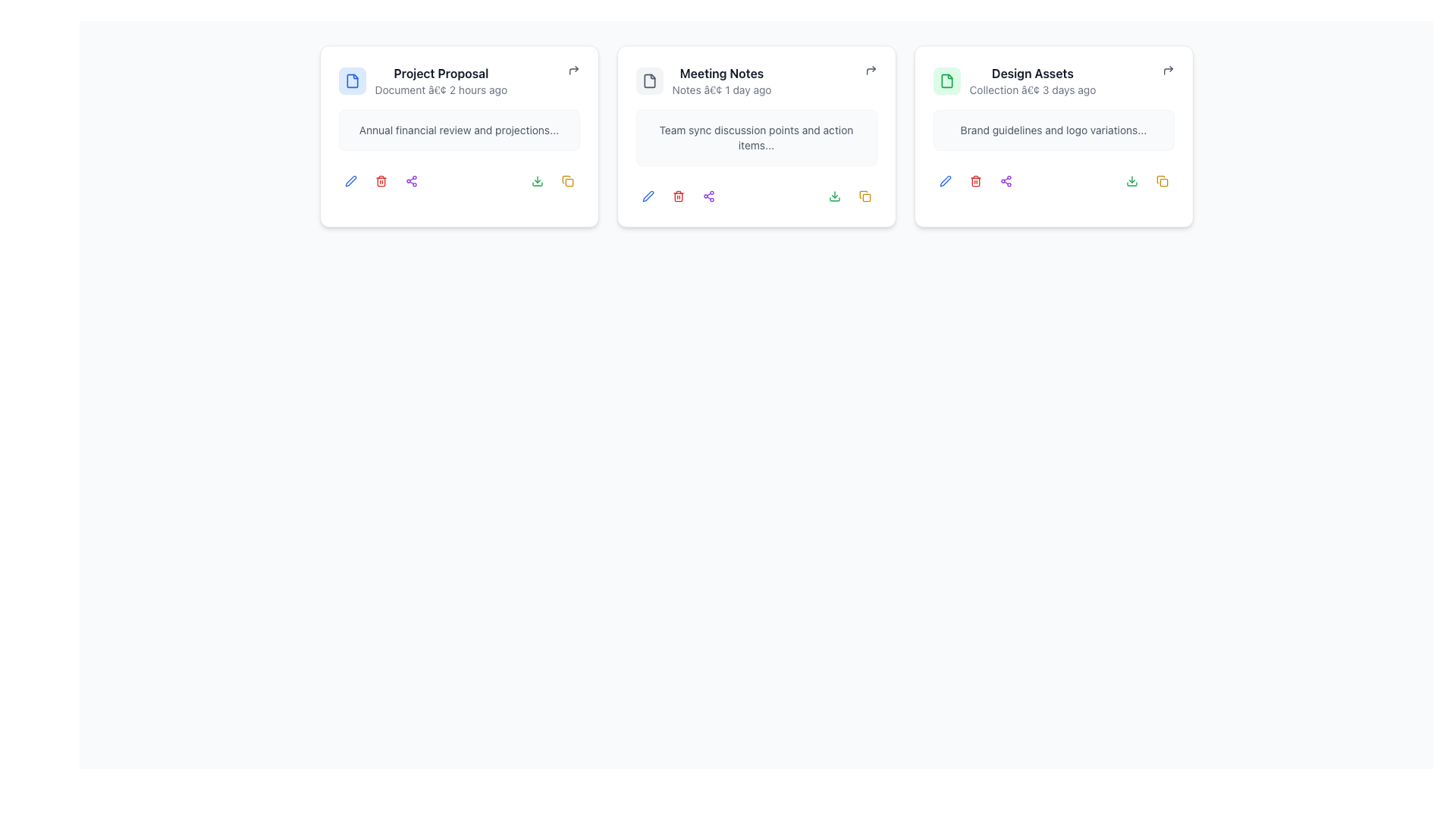 The width and height of the screenshot is (1456, 819). Describe the element at coordinates (833, 195) in the screenshot. I see `the green download icon button located at the bottom-right side of the 'Meeting Notes' card to initiate a download` at that location.